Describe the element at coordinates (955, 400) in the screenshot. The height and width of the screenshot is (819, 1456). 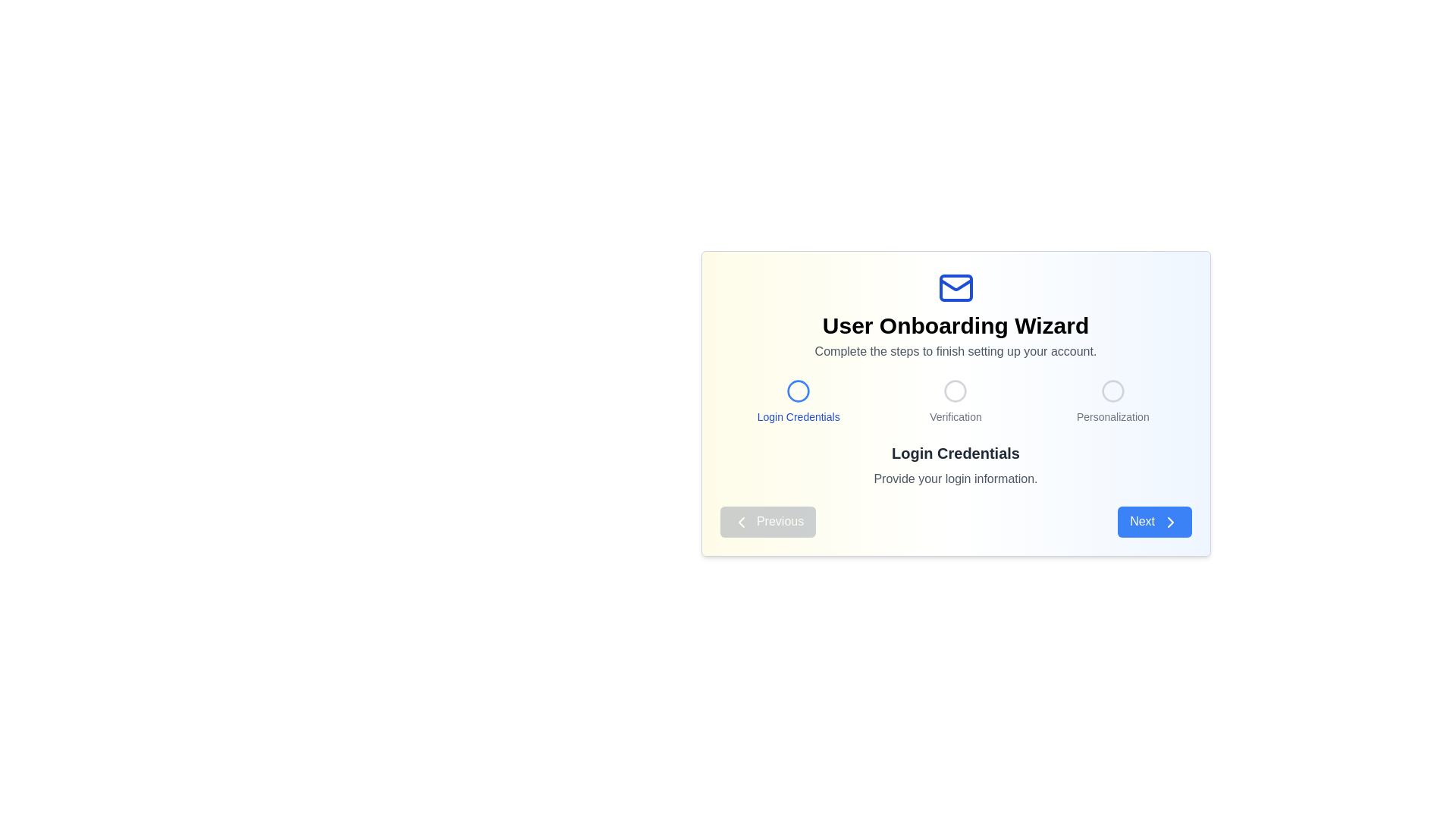
I see `the second stage of the progress tracker, which indicates the 'Verification' stage in a multi-step process` at that location.